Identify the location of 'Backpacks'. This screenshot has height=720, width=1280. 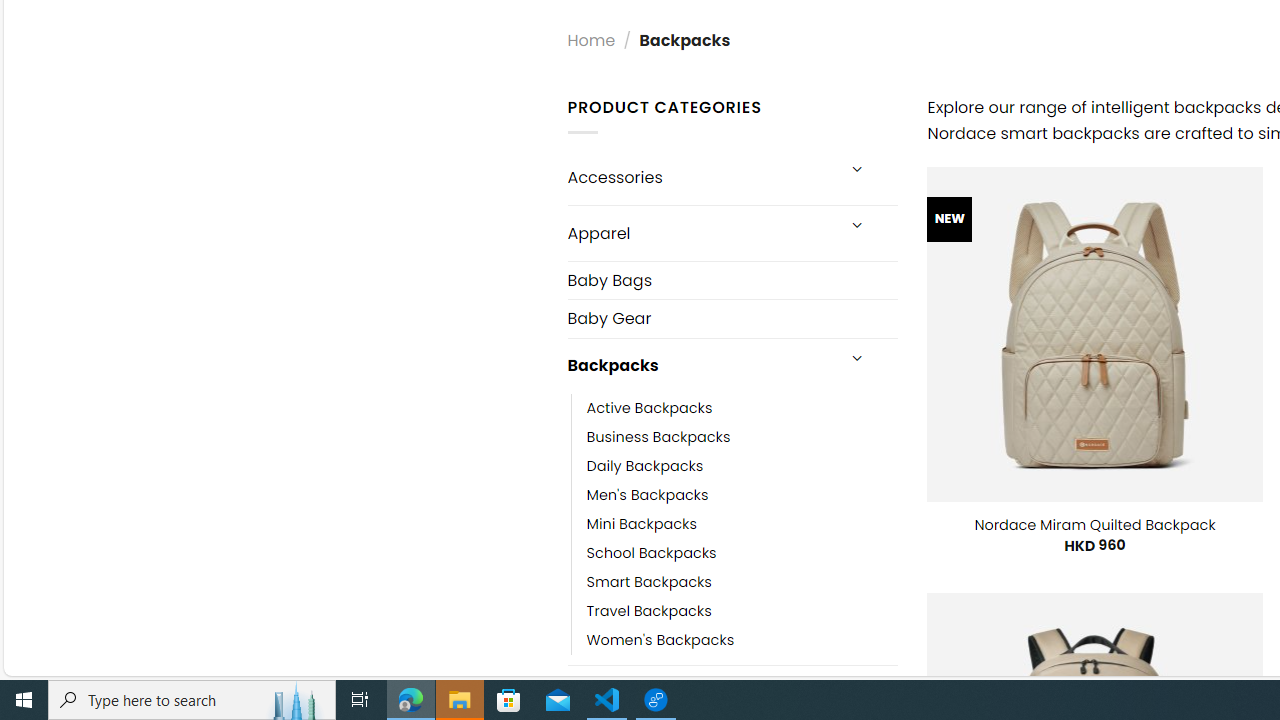
(700, 366).